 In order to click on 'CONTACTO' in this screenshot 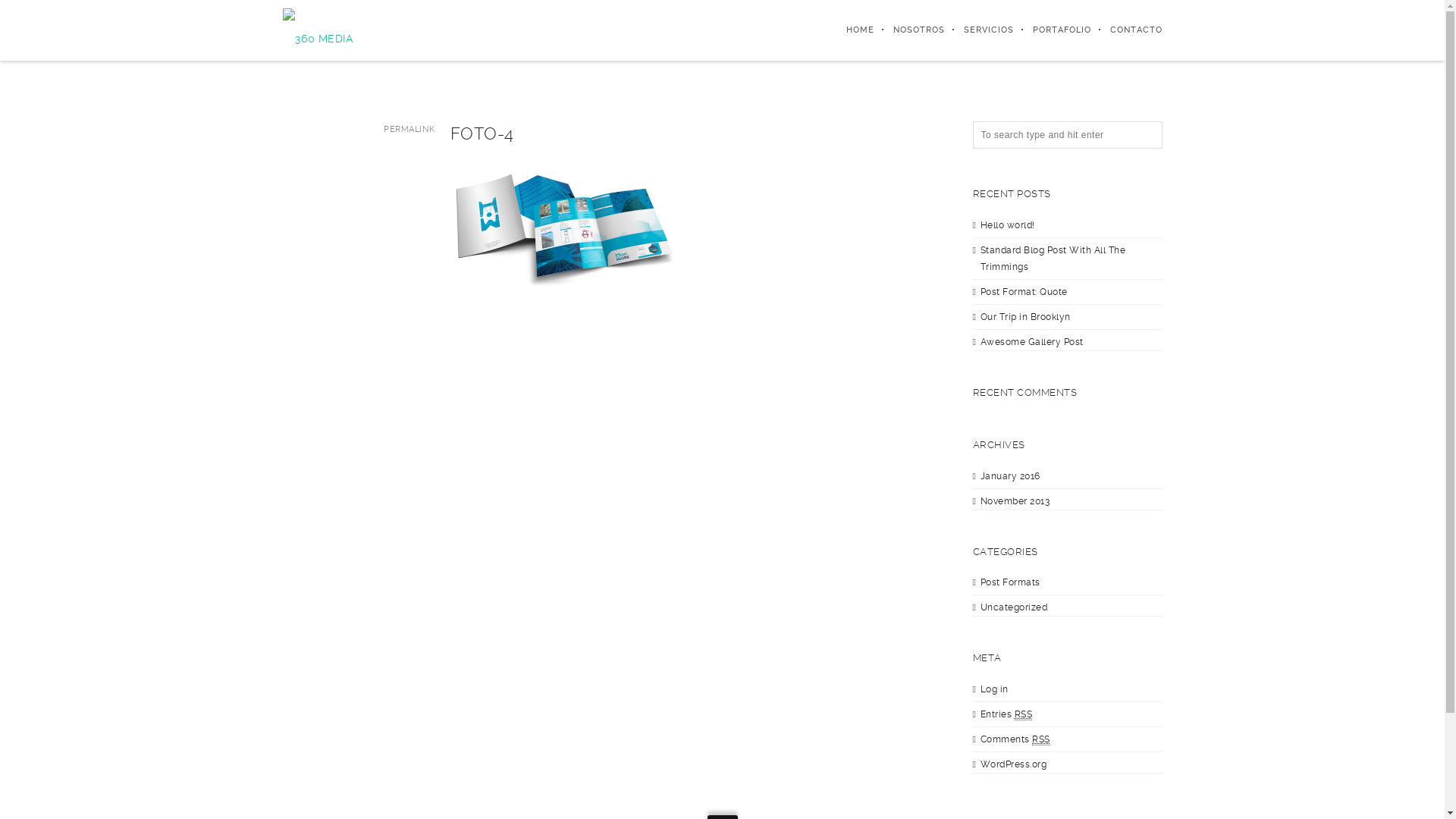, I will do `click(1090, 30)`.